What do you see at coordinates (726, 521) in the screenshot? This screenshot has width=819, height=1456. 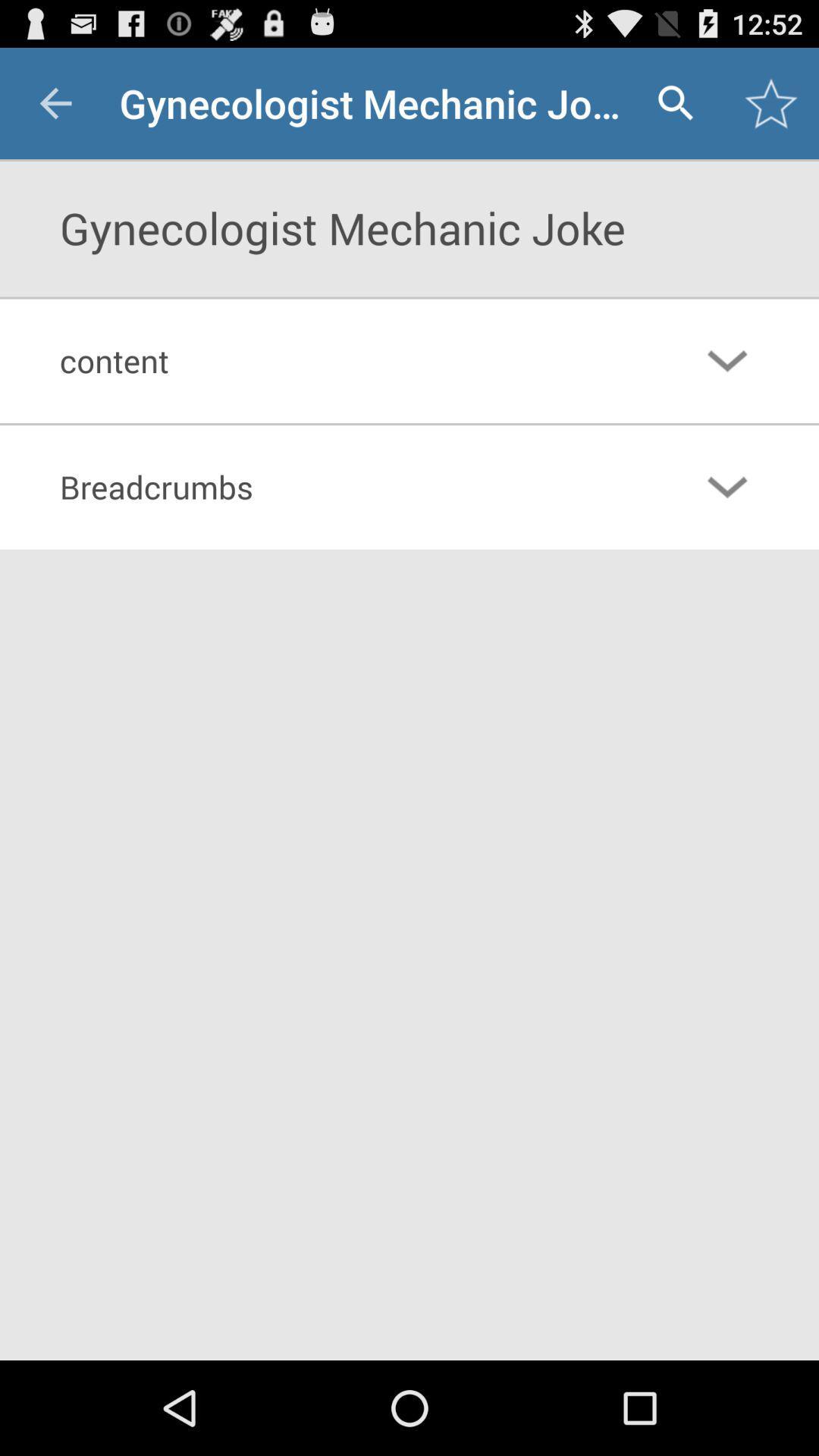 I see `the expand_more icon` at bounding box center [726, 521].